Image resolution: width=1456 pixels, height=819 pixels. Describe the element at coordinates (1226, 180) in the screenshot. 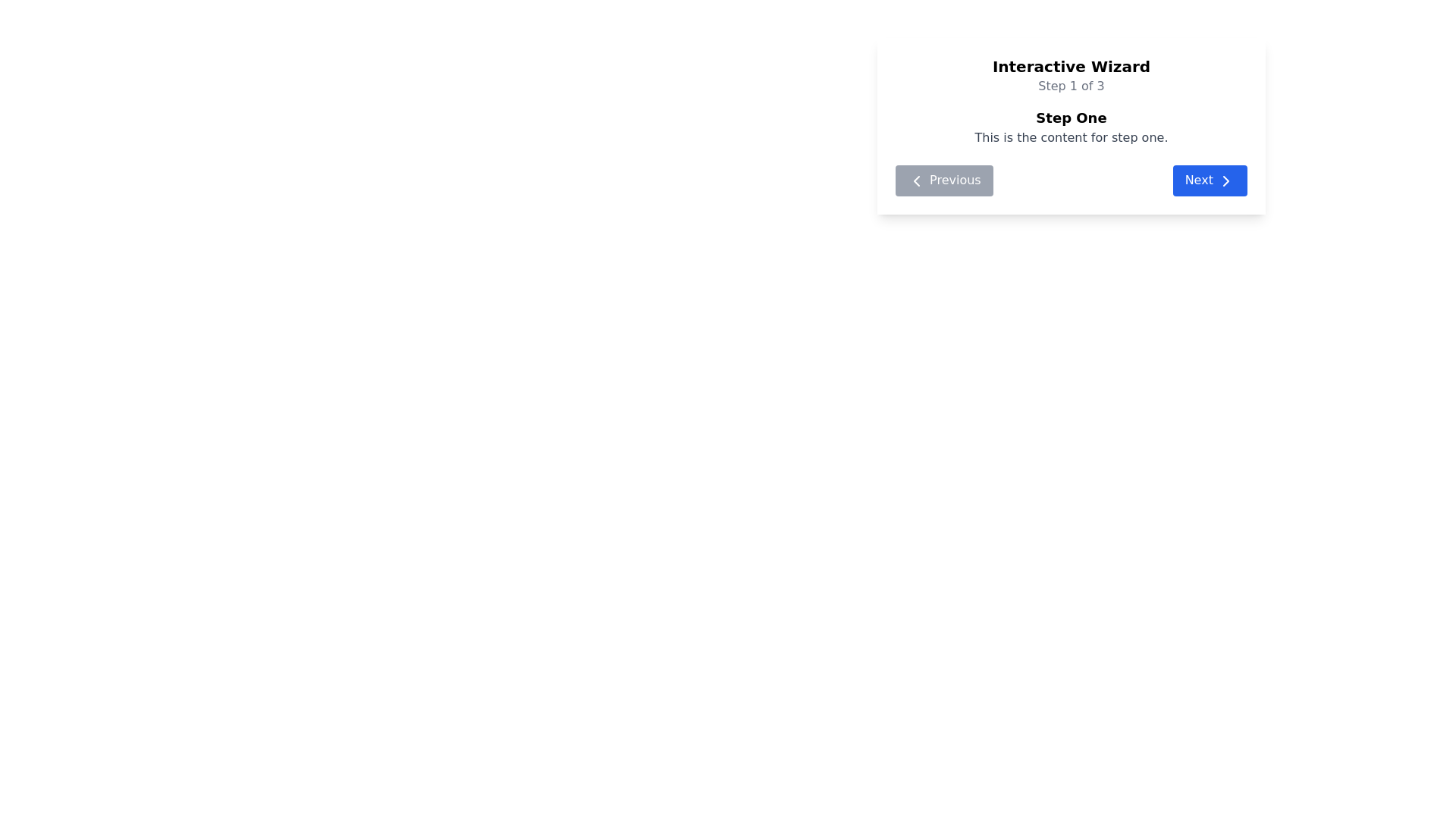

I see `the rightward navigational arrow within the SVG element of the 'Next' button in the wizard interface` at that location.